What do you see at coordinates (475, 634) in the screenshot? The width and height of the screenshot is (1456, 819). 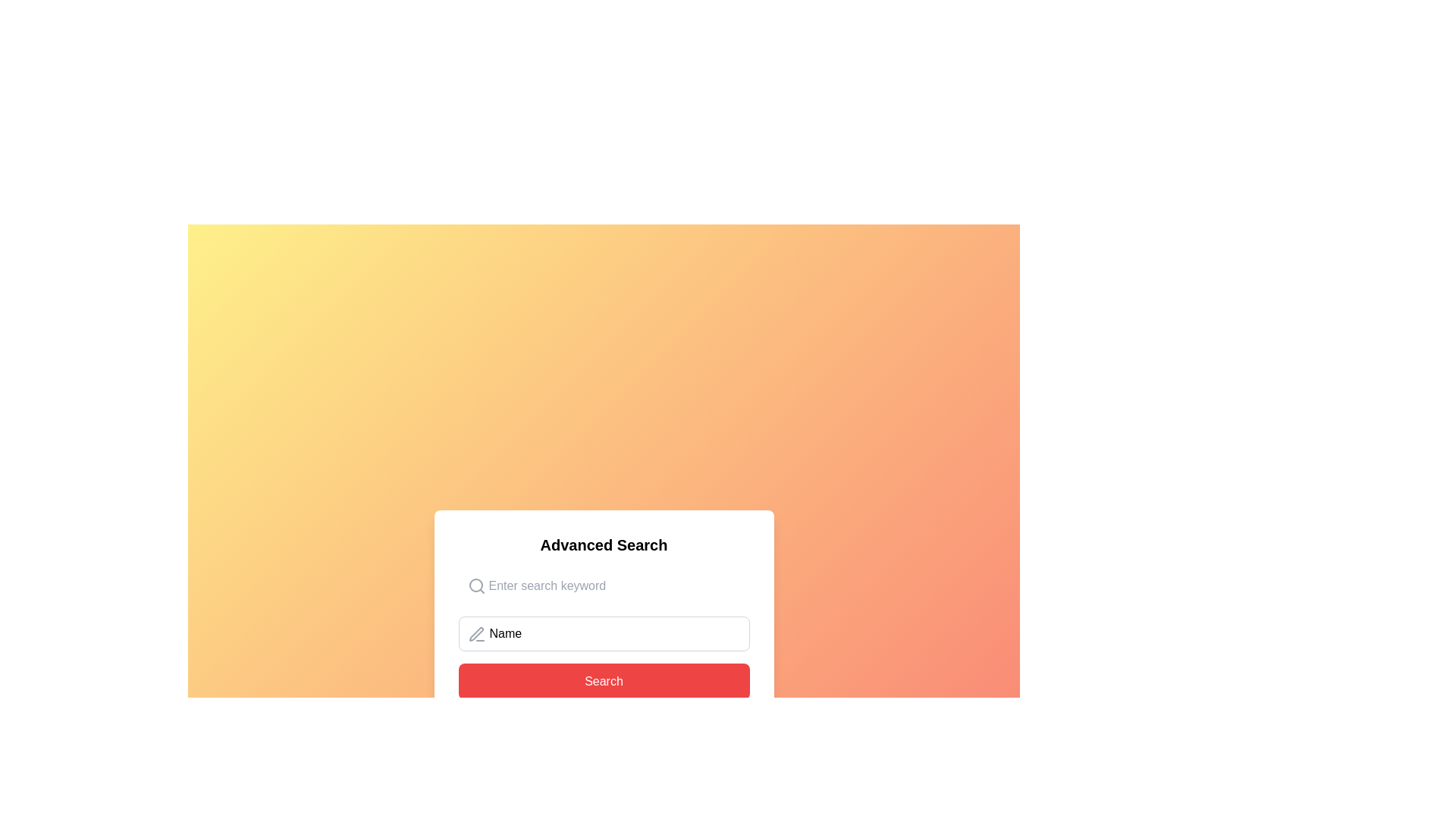 I see `the SVG graphic icon that represents the edit function for the 'Name' field in the 'Advanced Search' card` at bounding box center [475, 634].